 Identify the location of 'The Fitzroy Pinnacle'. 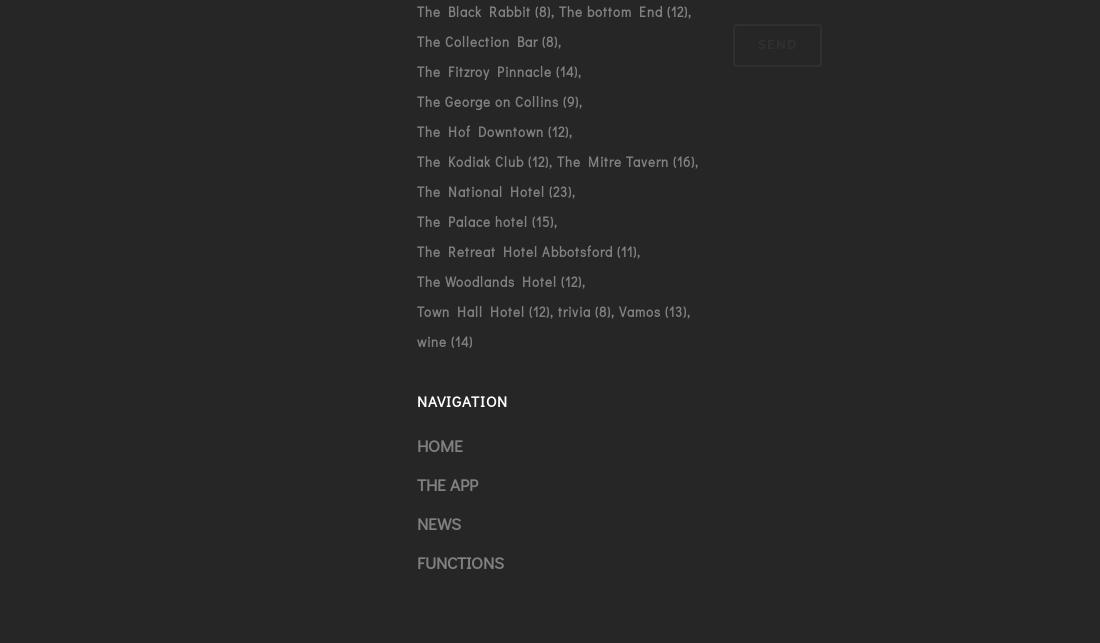
(483, 70).